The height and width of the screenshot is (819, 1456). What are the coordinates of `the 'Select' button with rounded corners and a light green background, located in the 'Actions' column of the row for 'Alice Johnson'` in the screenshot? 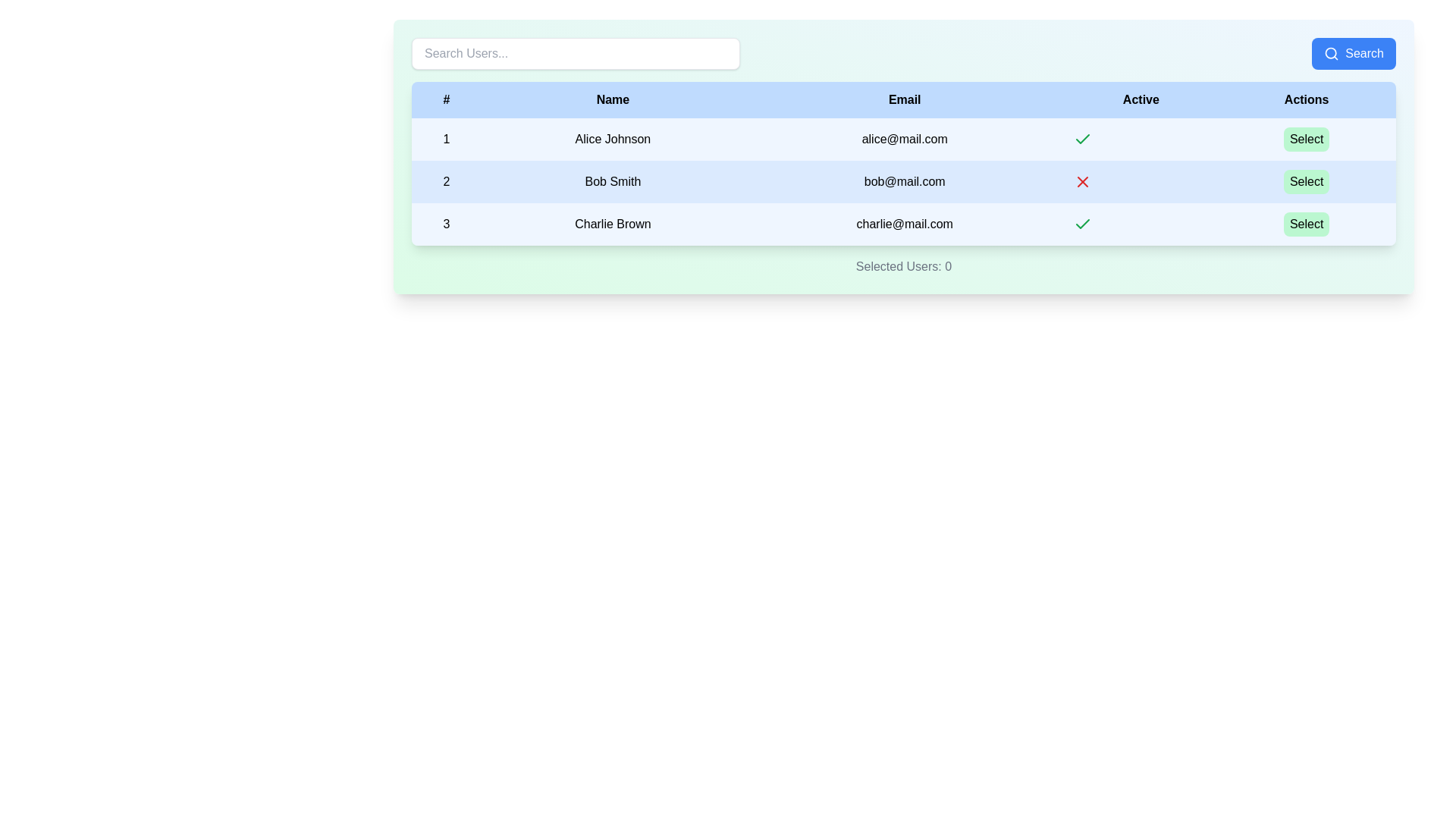 It's located at (1306, 140).